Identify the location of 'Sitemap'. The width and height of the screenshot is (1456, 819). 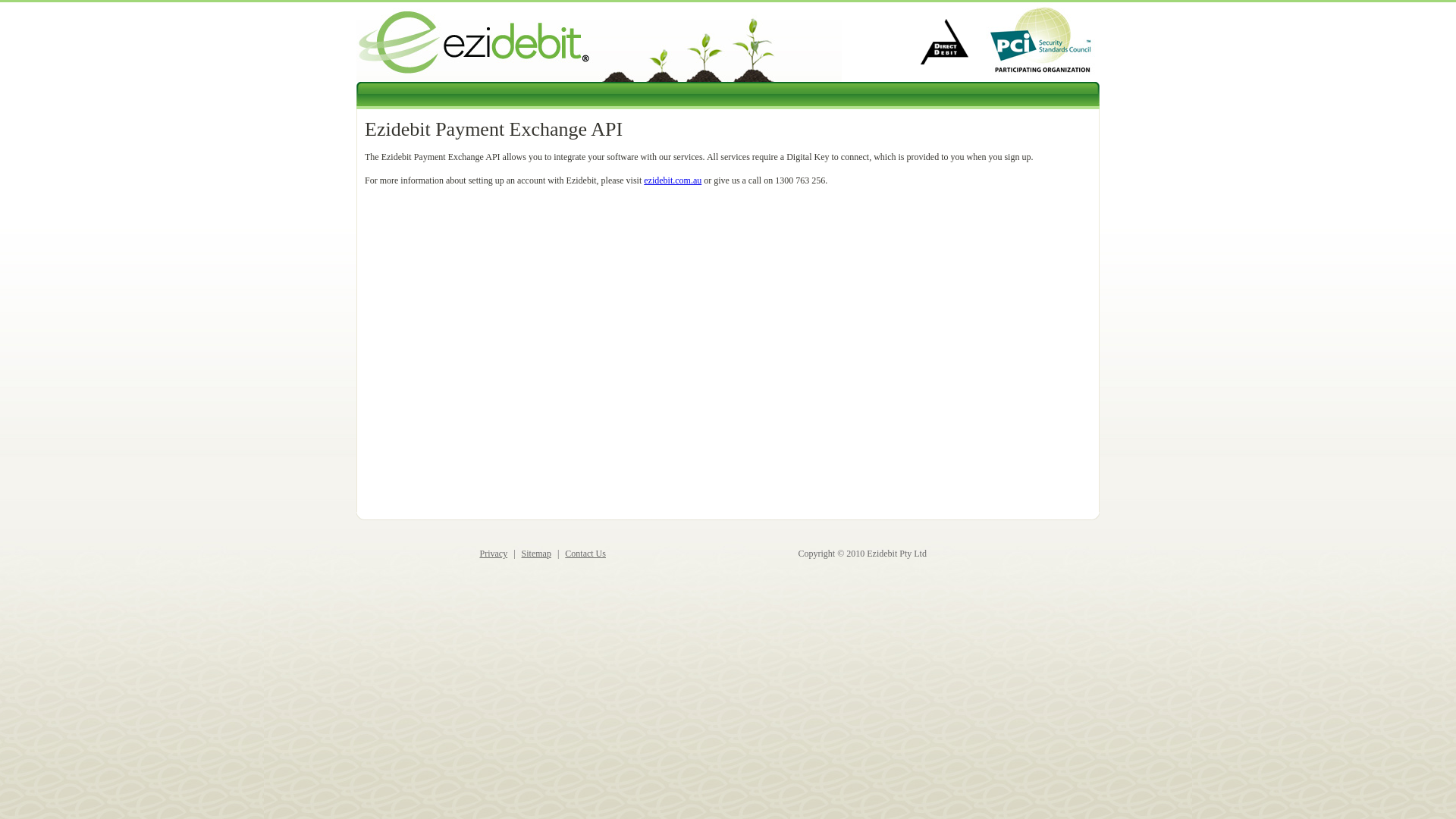
(536, 553).